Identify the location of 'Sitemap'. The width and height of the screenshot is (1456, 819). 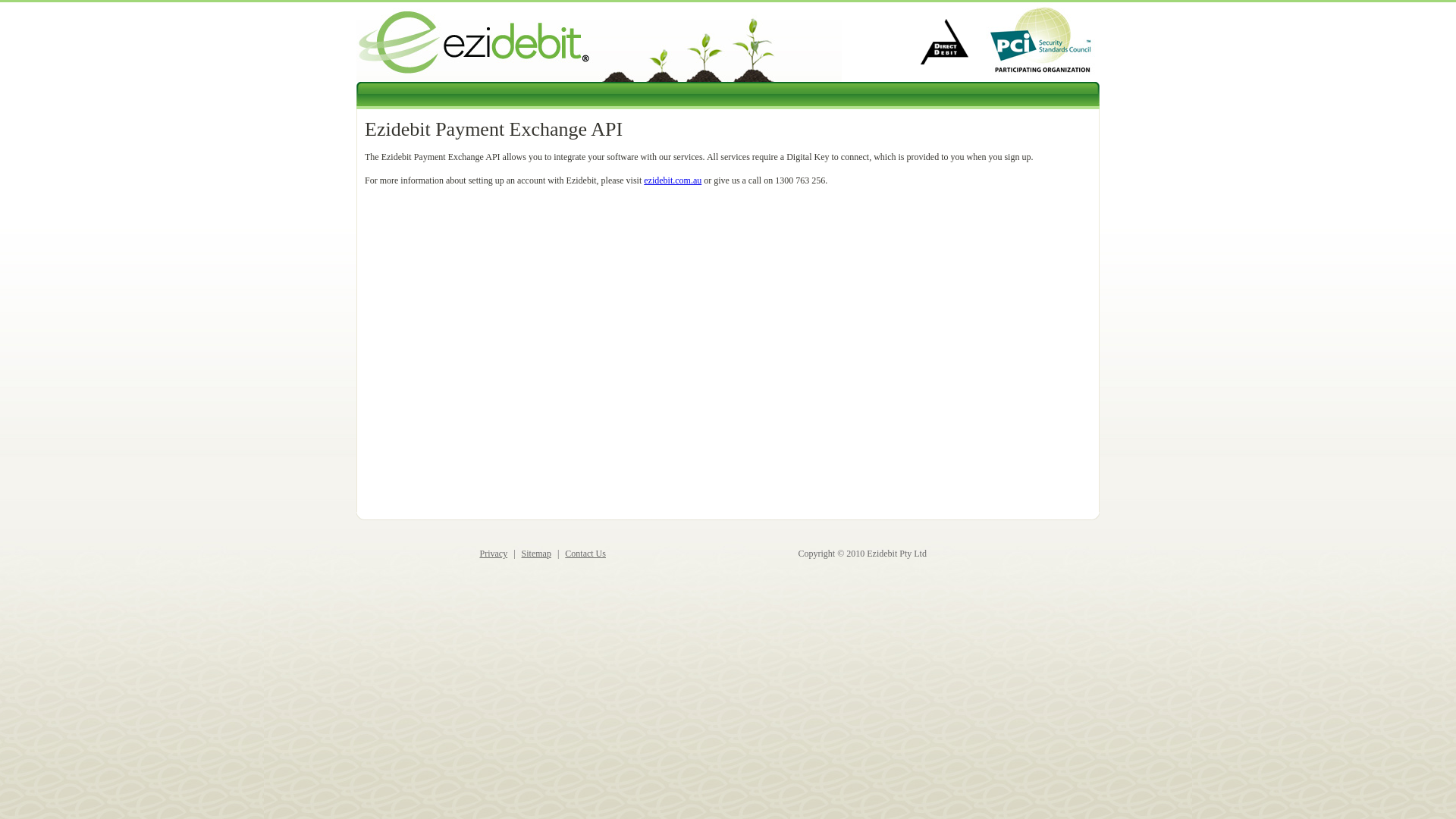
(536, 553).